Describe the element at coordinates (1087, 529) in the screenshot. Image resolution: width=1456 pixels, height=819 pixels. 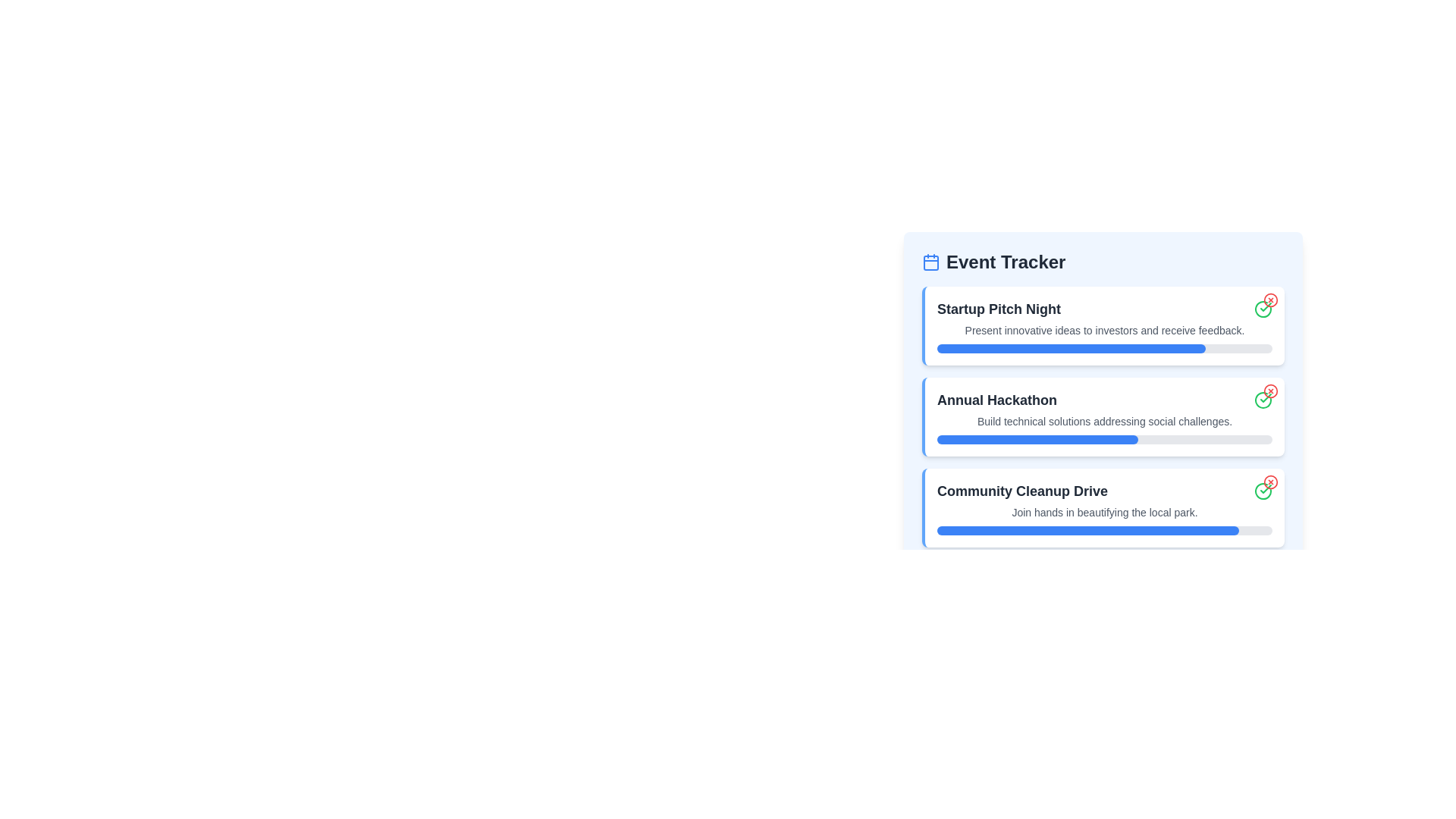
I see `the non-interactive progress bar indicating the status of the 'Community Cleanup Drive' event, located below the event description in the 'Event Tracker' section` at that location.